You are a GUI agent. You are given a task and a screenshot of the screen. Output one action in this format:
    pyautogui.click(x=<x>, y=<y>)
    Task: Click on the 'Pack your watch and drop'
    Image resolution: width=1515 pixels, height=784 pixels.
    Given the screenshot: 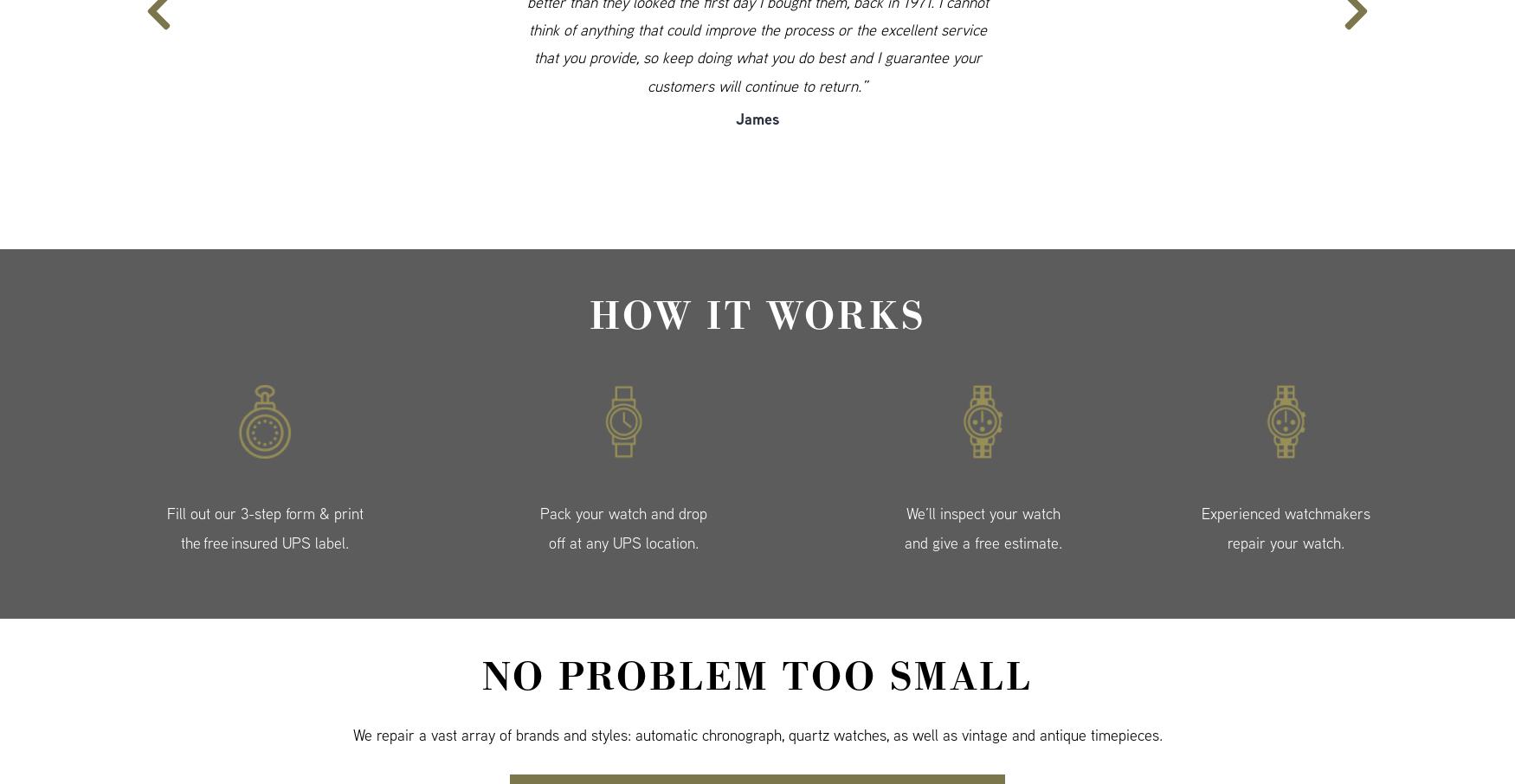 What is the action you would take?
    pyautogui.click(x=623, y=513)
    